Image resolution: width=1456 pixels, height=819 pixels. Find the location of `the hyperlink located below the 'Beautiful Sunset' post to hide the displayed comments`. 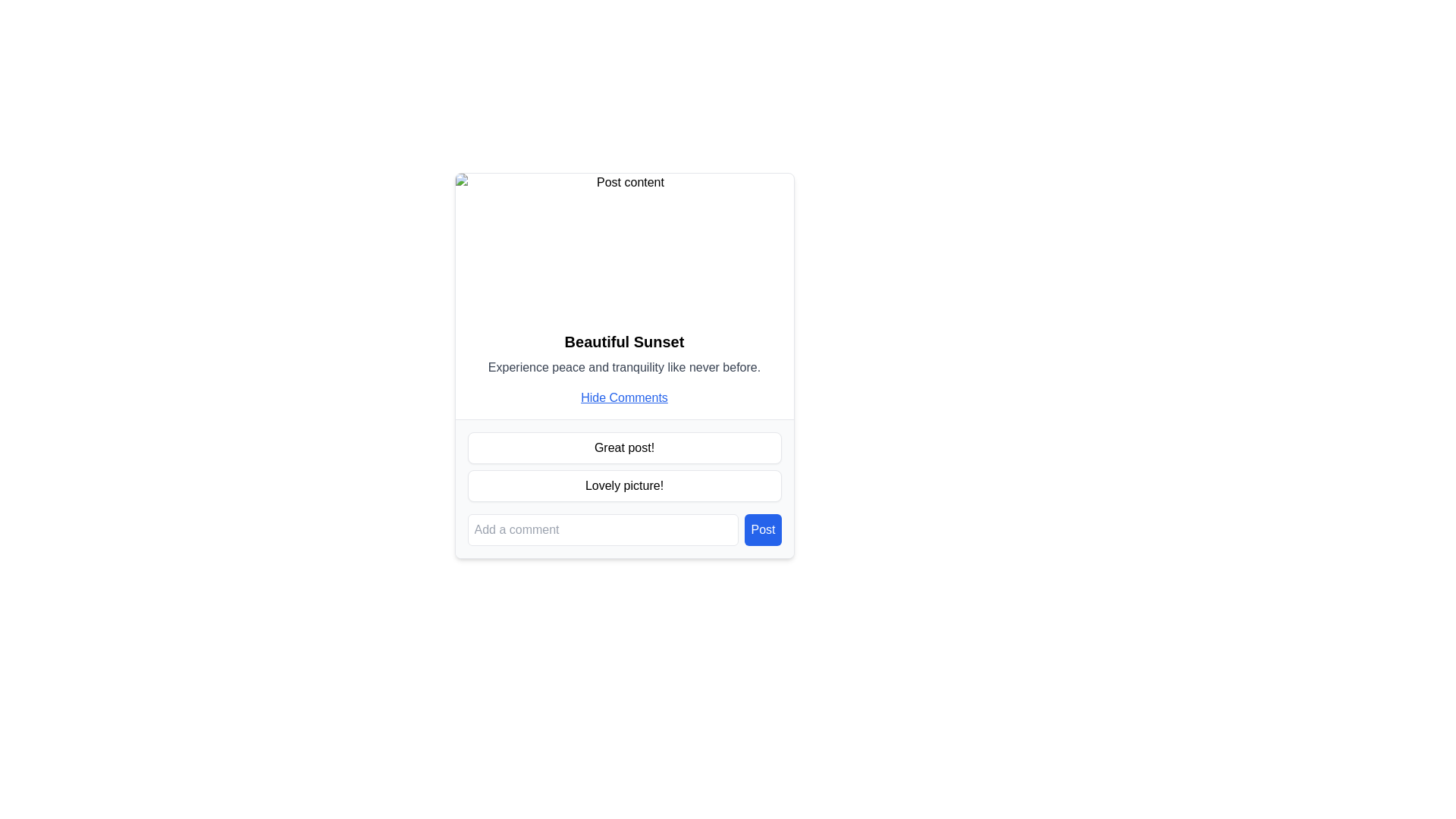

the hyperlink located below the 'Beautiful Sunset' post to hide the displayed comments is located at coordinates (624, 397).